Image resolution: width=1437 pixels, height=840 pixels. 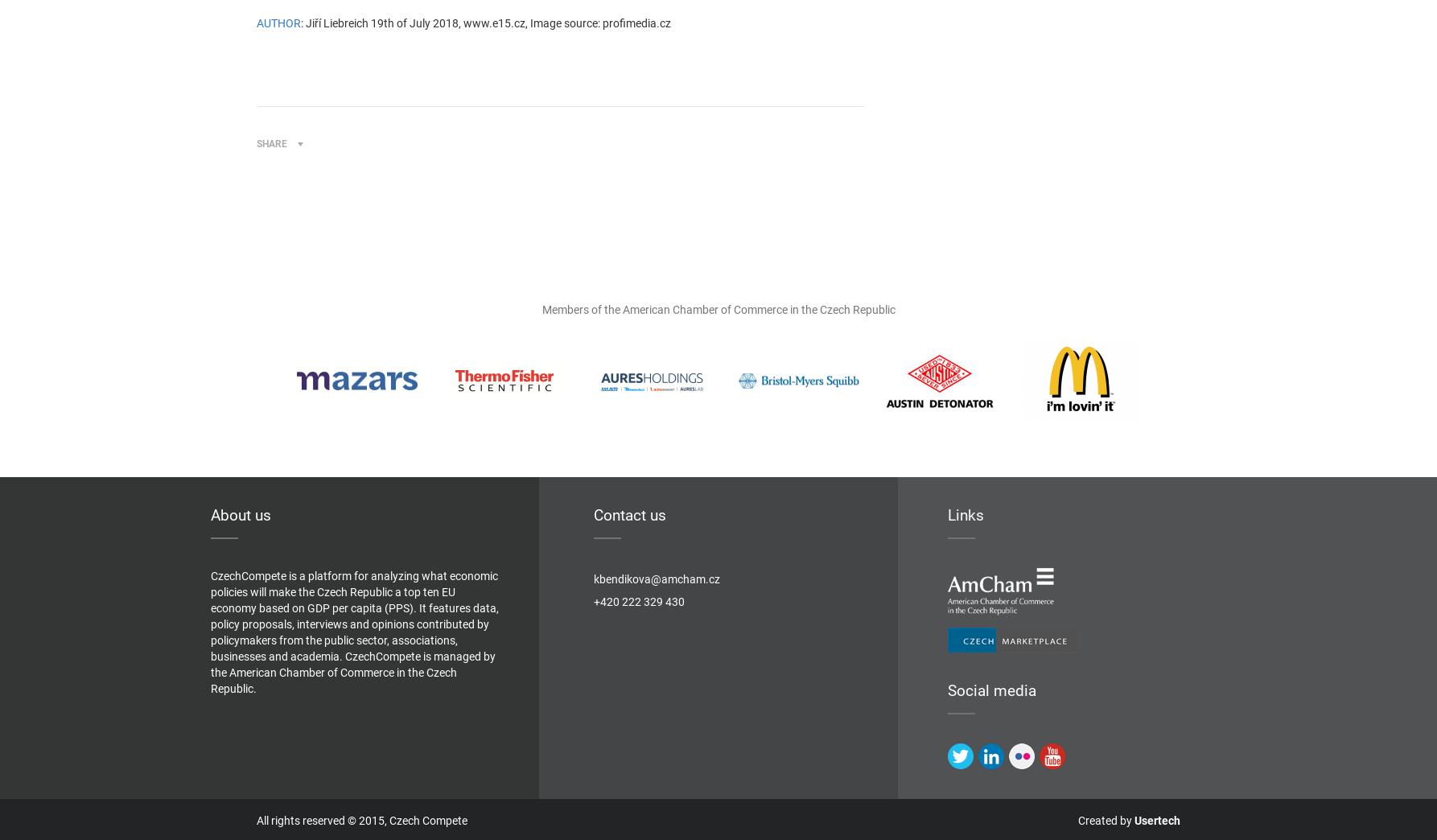 I want to click on 'Share', so click(x=271, y=143).